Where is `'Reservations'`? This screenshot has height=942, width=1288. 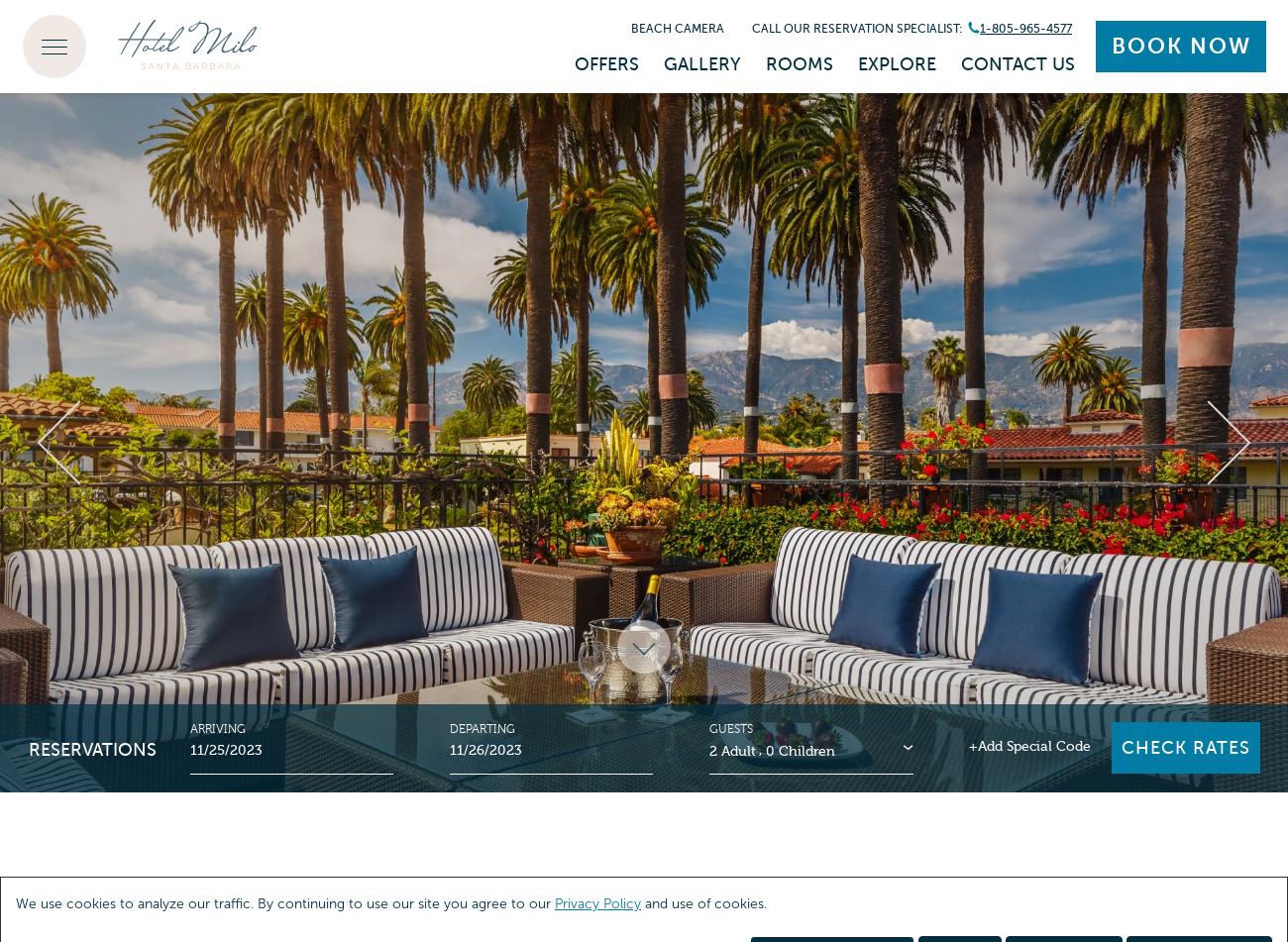
'Reservations' is located at coordinates (91, 748).